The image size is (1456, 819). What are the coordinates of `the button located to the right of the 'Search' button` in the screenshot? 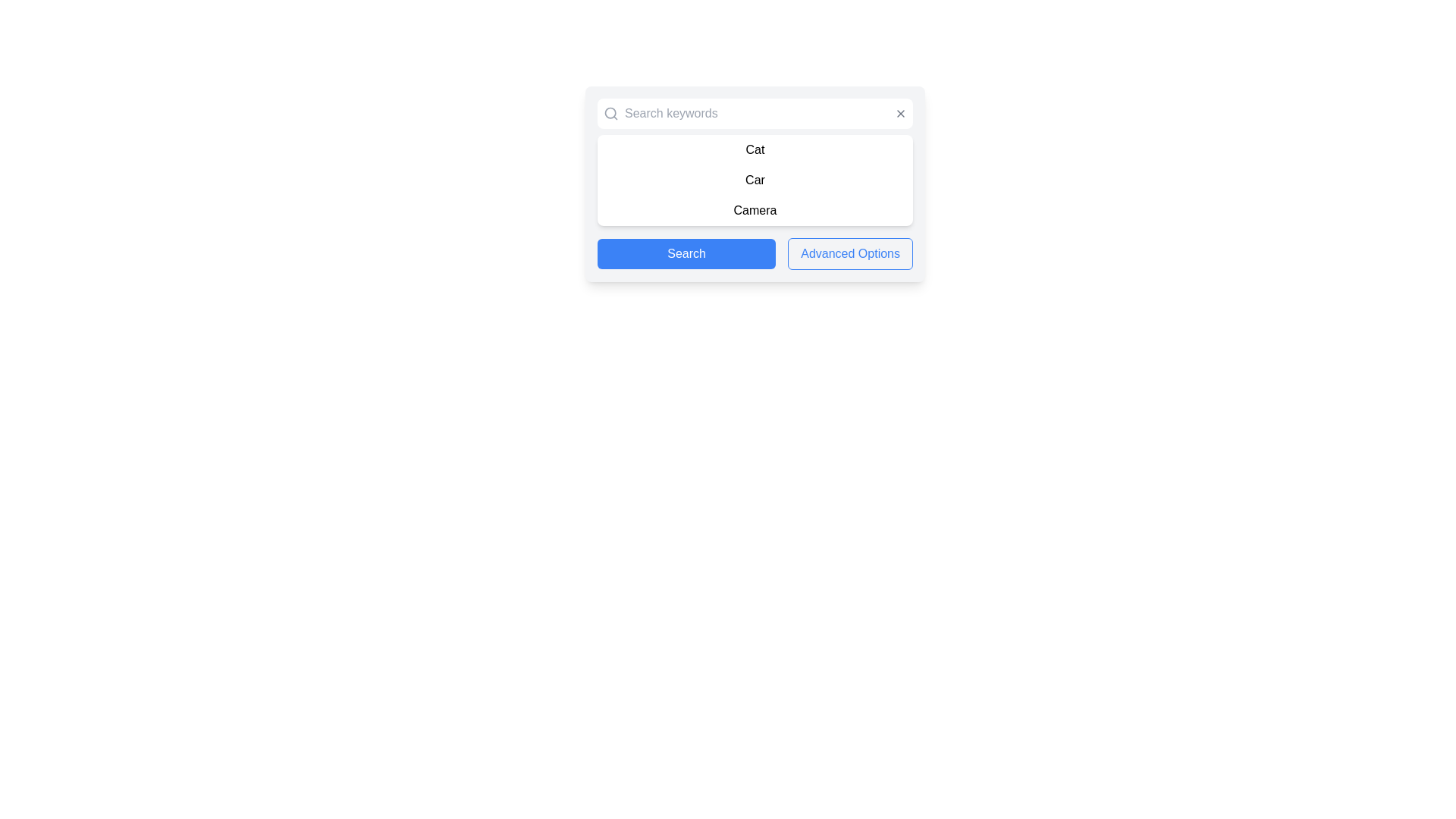 It's located at (850, 253).